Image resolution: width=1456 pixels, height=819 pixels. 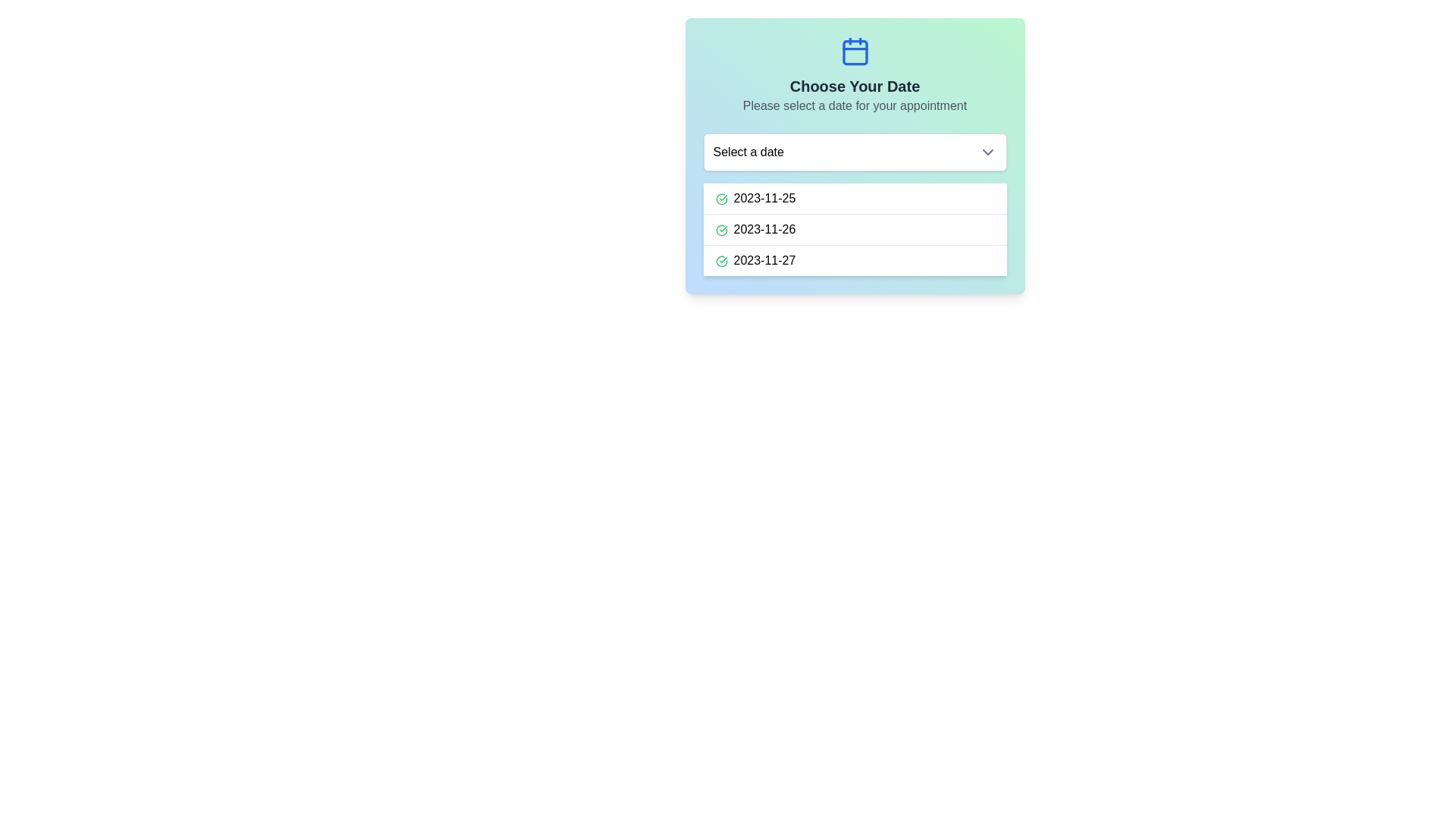 I want to click on the list item displaying the date '2023-11-25', so click(x=855, y=198).